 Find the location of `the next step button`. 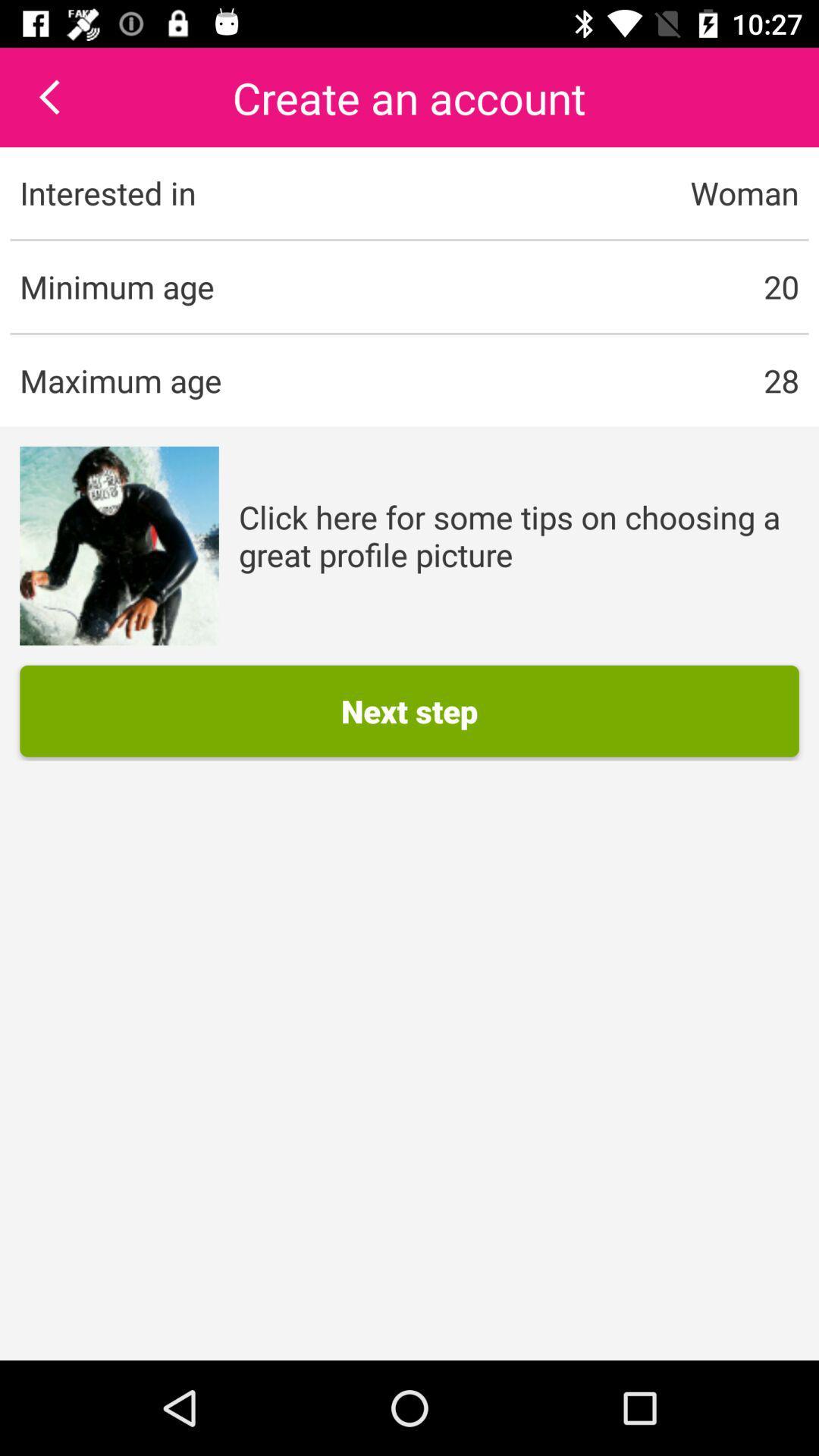

the next step button is located at coordinates (409, 710).